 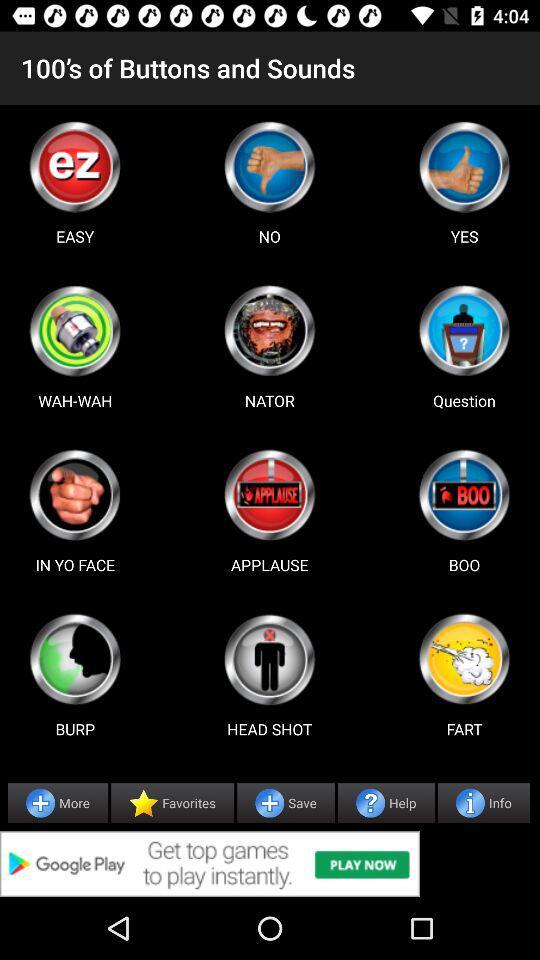 I want to click on image button, so click(x=464, y=658).